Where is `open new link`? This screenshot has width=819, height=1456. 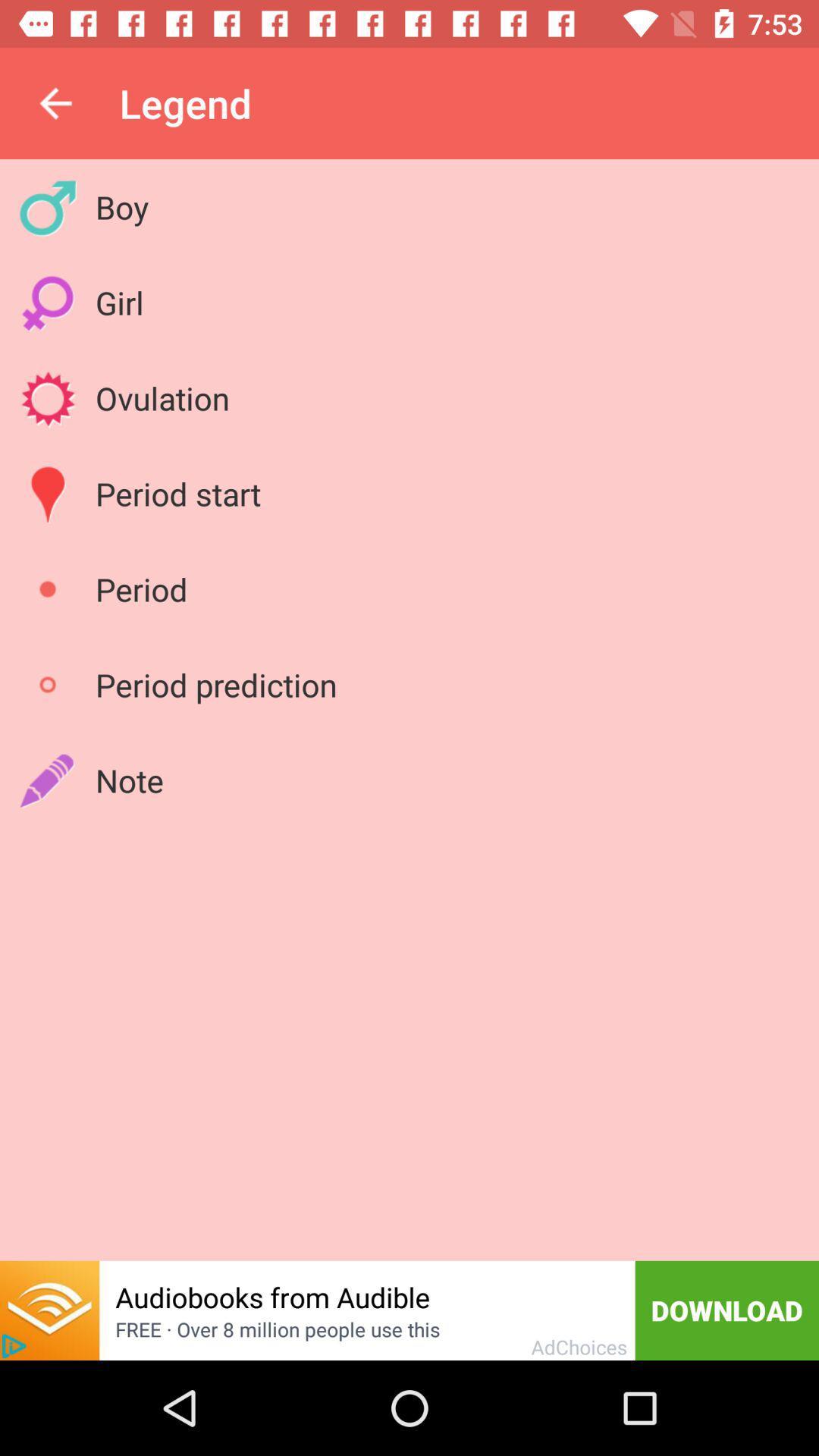 open new link is located at coordinates (49, 1310).